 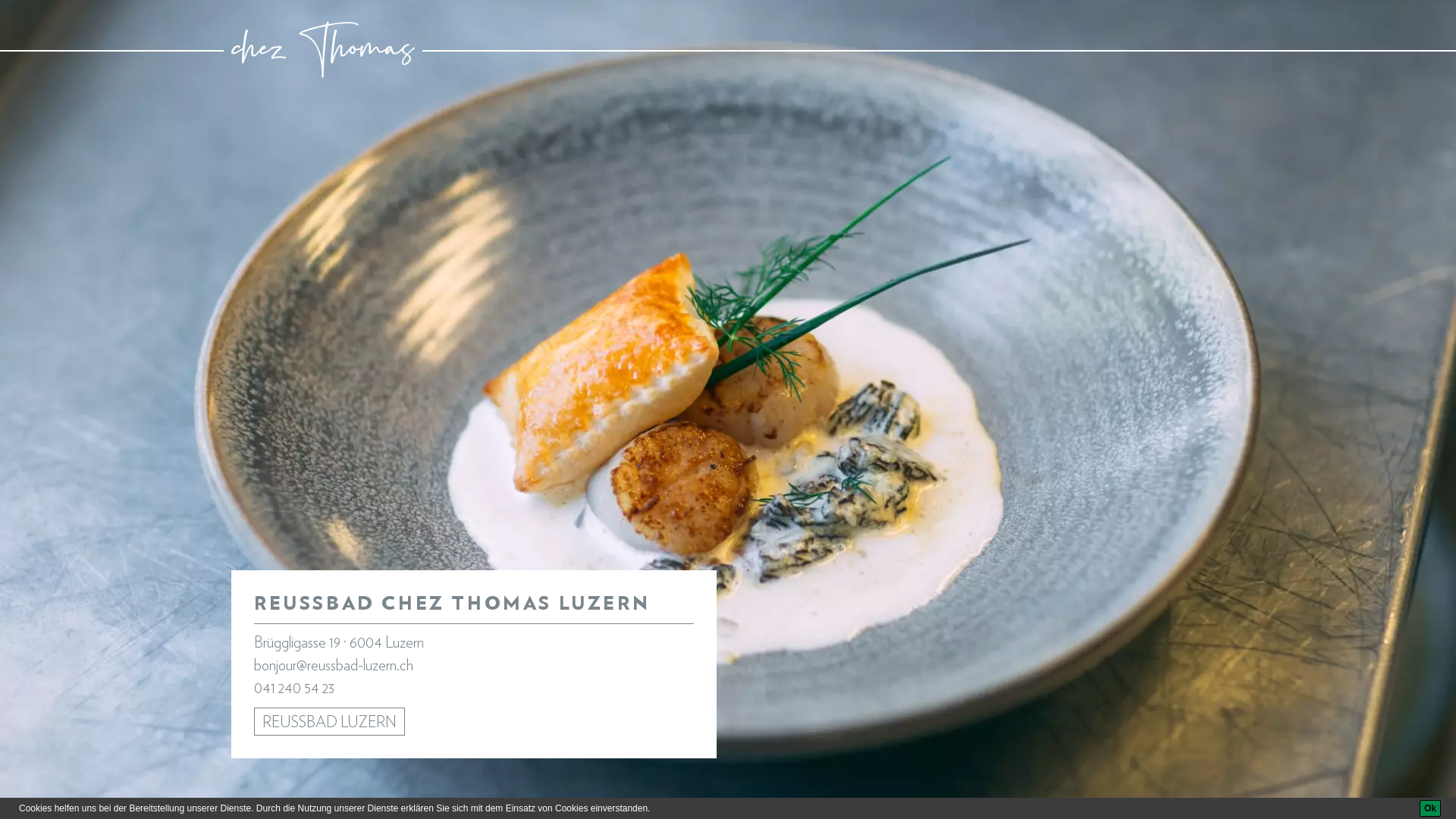 What do you see at coordinates (333, 665) in the screenshot?
I see `'bonjour@reussbad-luzern.ch'` at bounding box center [333, 665].